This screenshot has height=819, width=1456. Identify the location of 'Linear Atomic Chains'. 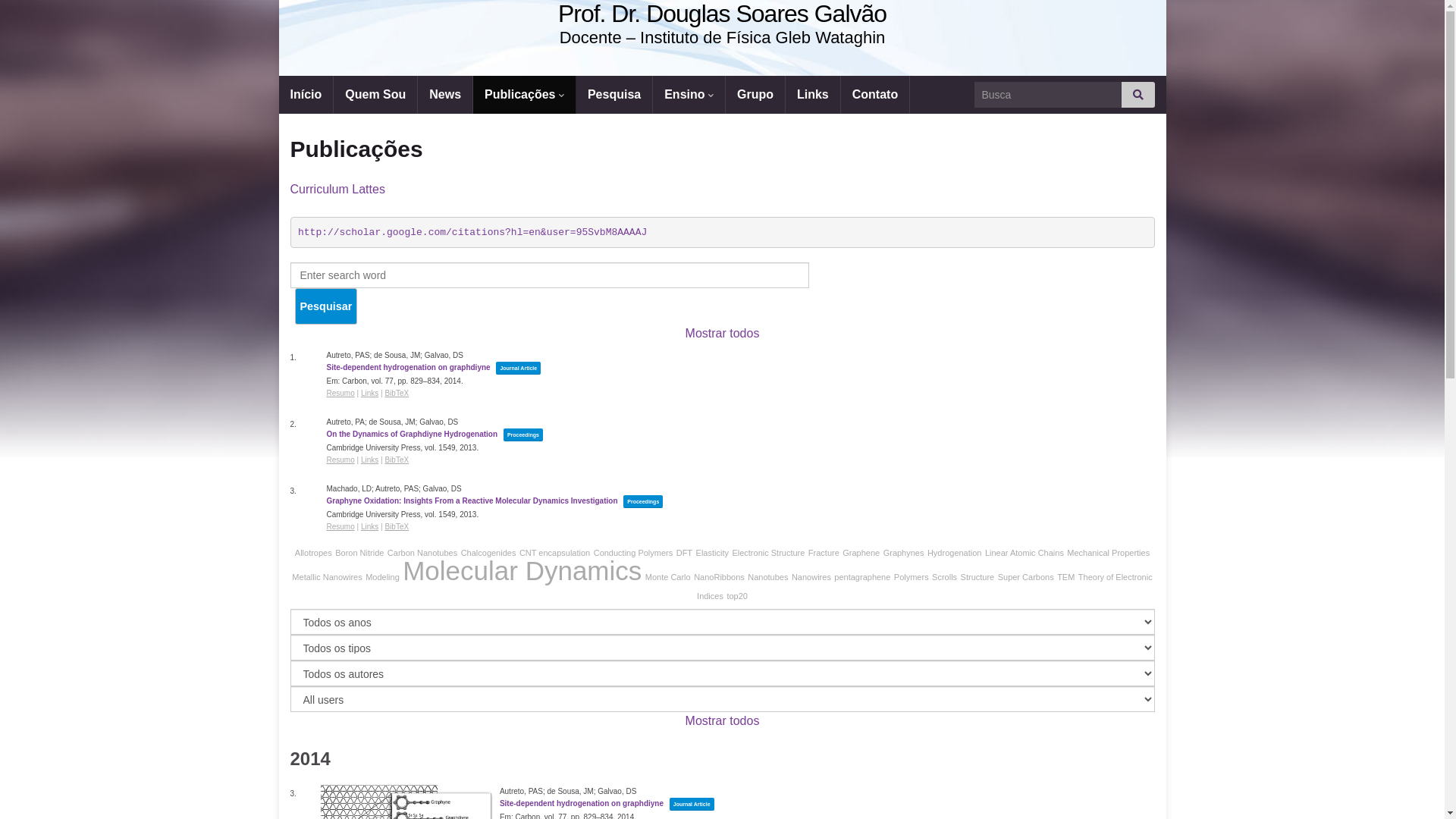
(1024, 553).